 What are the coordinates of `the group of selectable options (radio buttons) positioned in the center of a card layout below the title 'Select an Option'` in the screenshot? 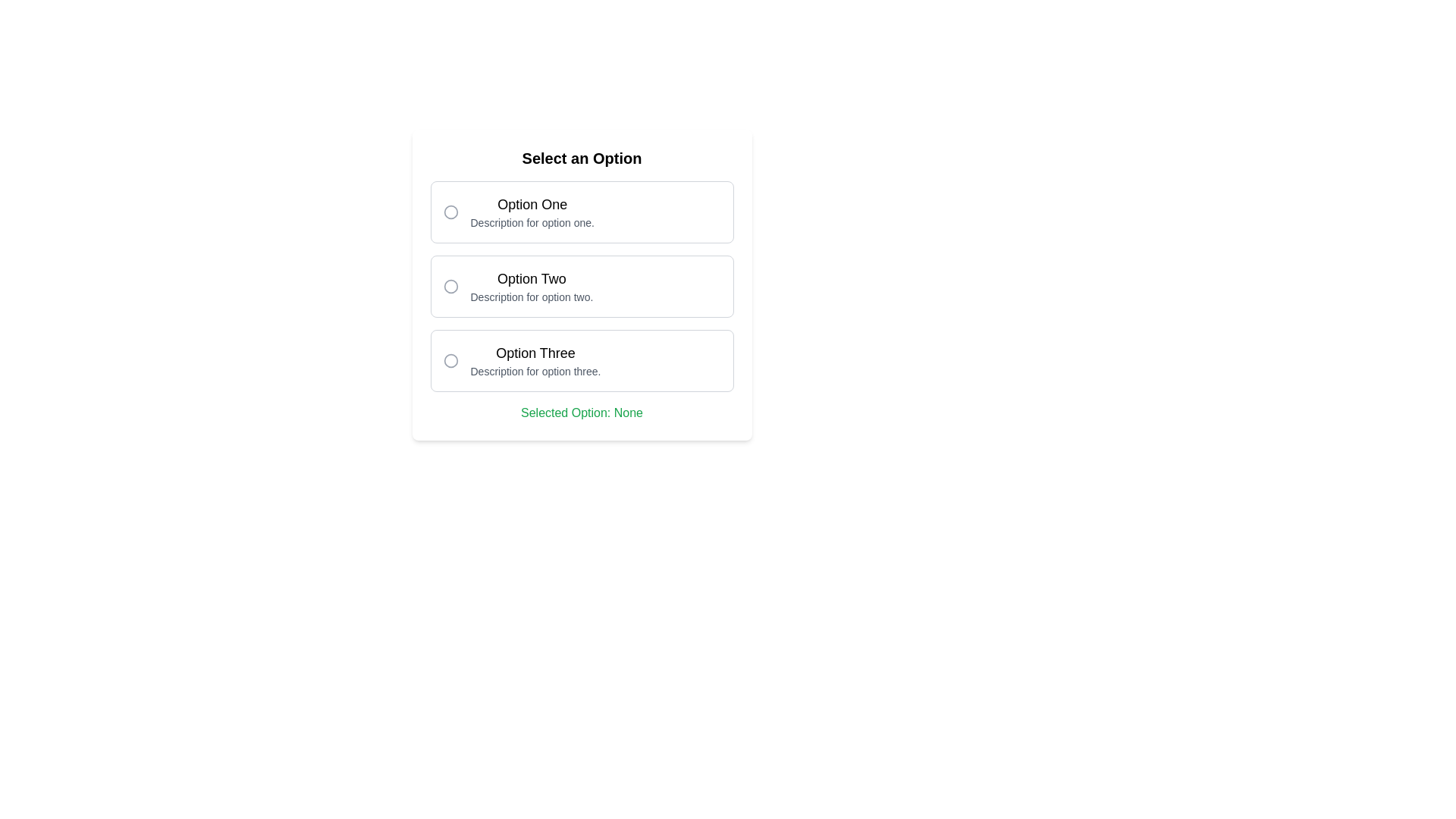 It's located at (581, 287).